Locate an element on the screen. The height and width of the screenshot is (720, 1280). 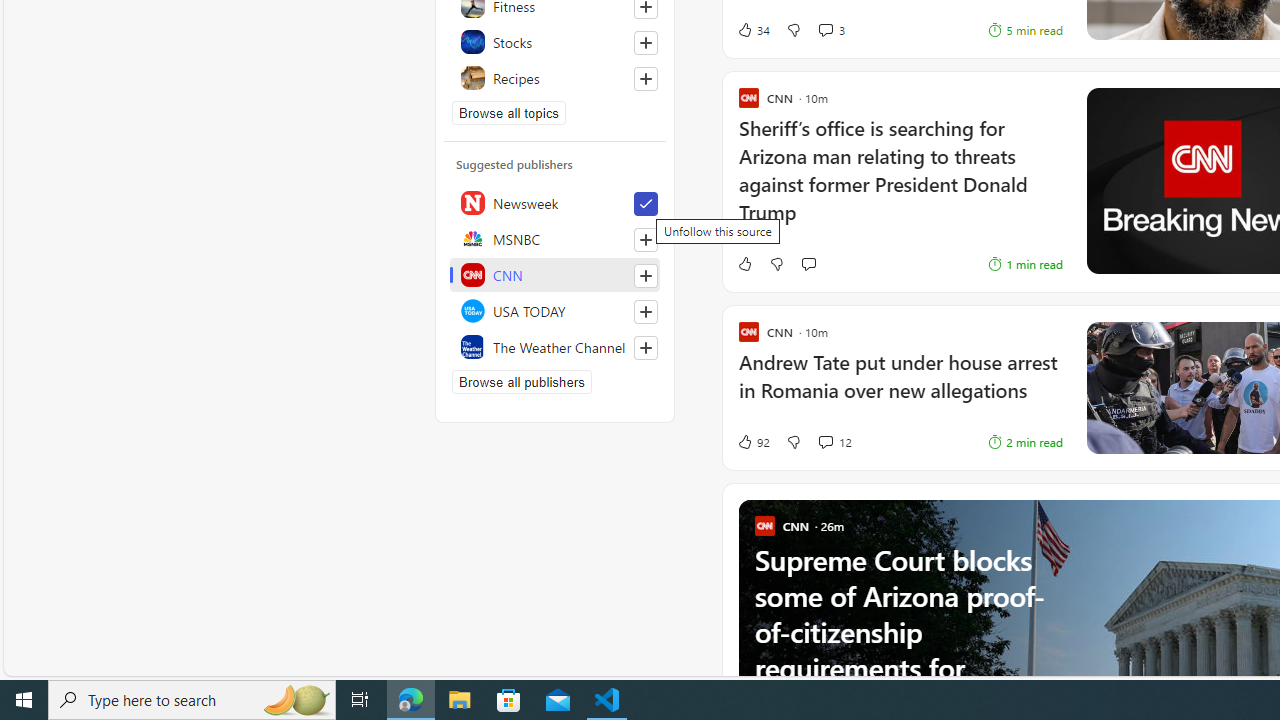
'Browse all publishers' is located at coordinates (521, 381).